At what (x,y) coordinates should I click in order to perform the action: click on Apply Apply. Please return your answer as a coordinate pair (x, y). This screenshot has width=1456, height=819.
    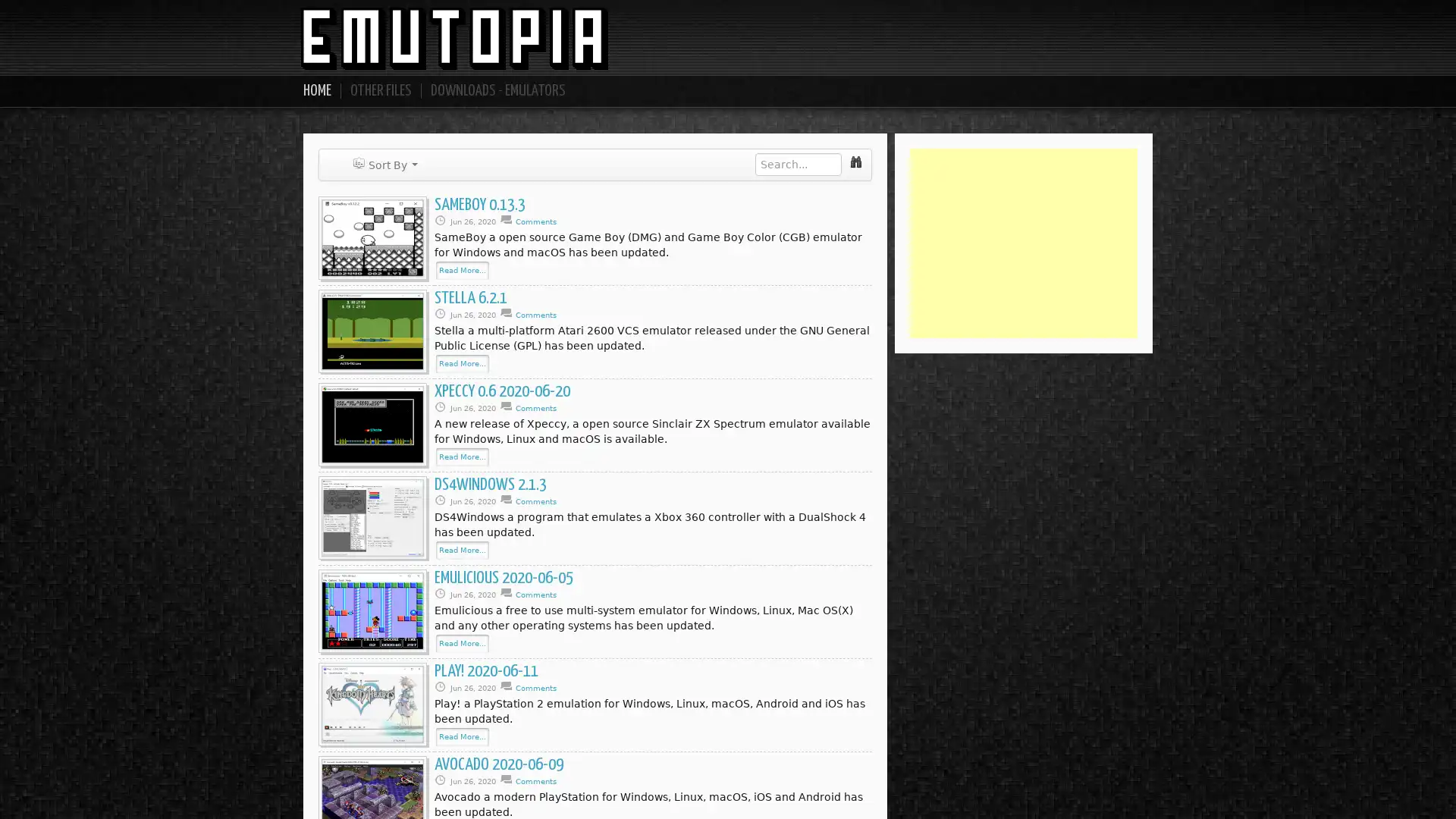
    Looking at the image, I should click on (781, 209).